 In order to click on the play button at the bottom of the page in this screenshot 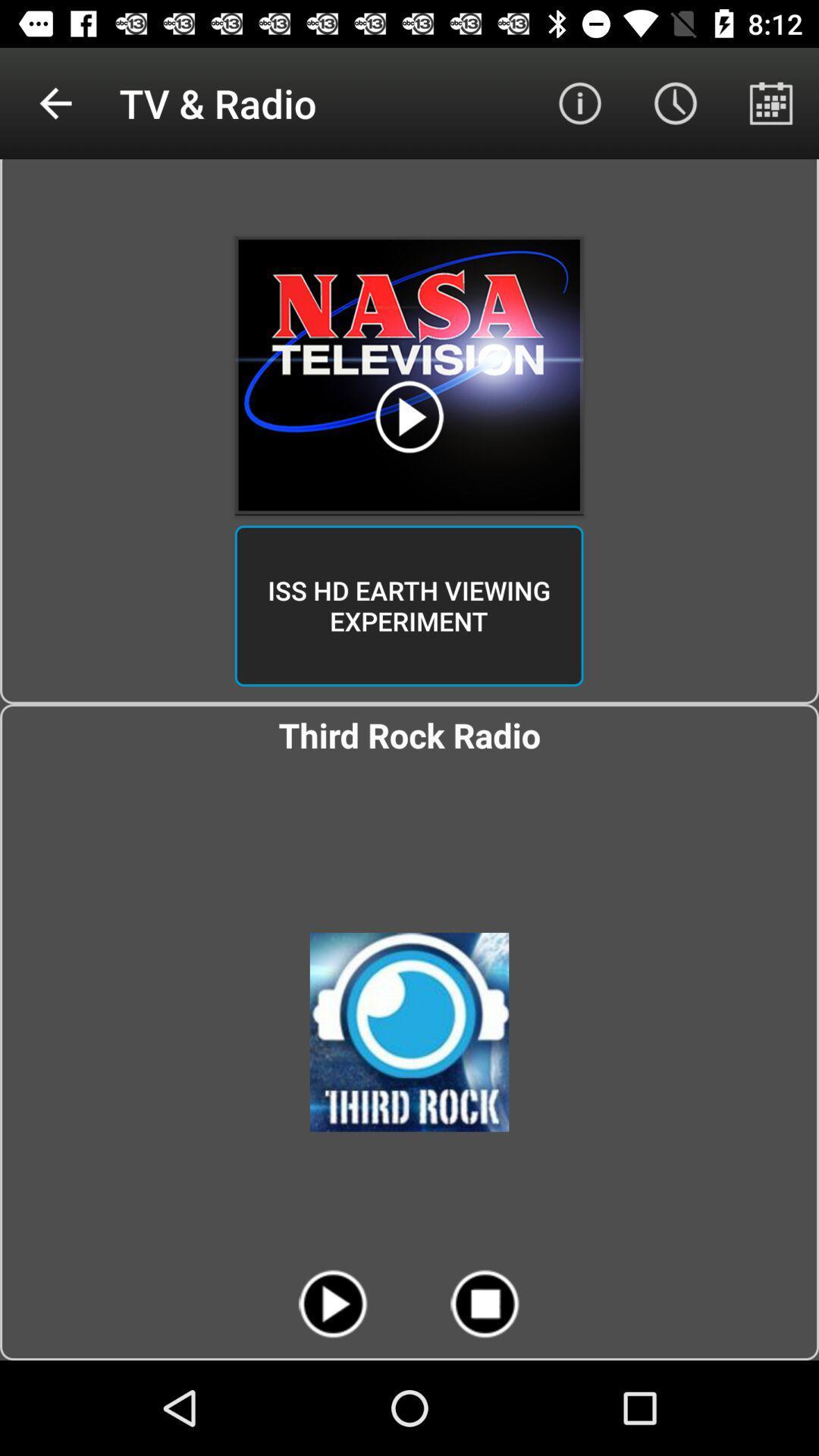, I will do `click(332, 1303)`.